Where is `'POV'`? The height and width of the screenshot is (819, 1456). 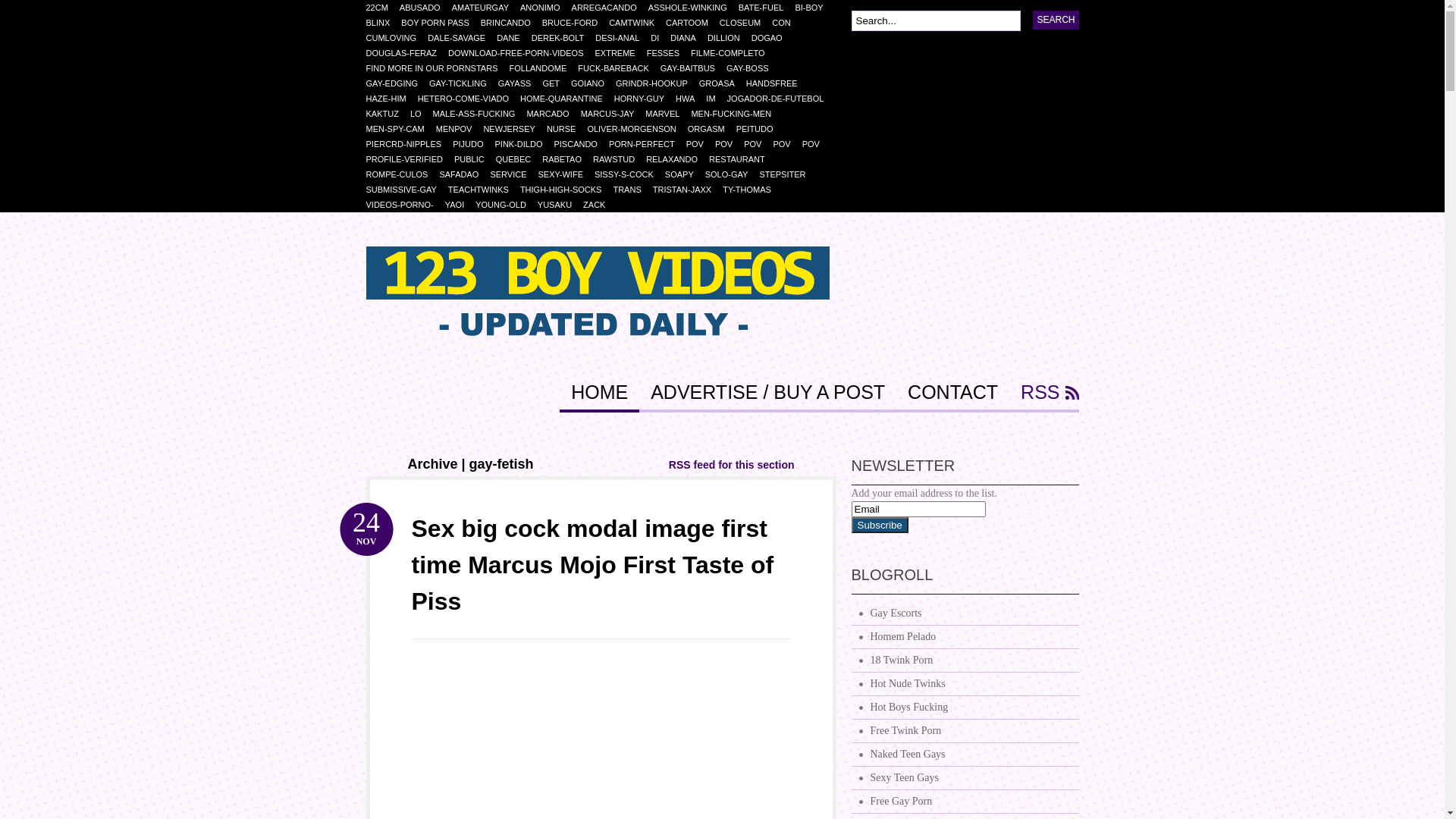 'POV' is located at coordinates (786, 143).